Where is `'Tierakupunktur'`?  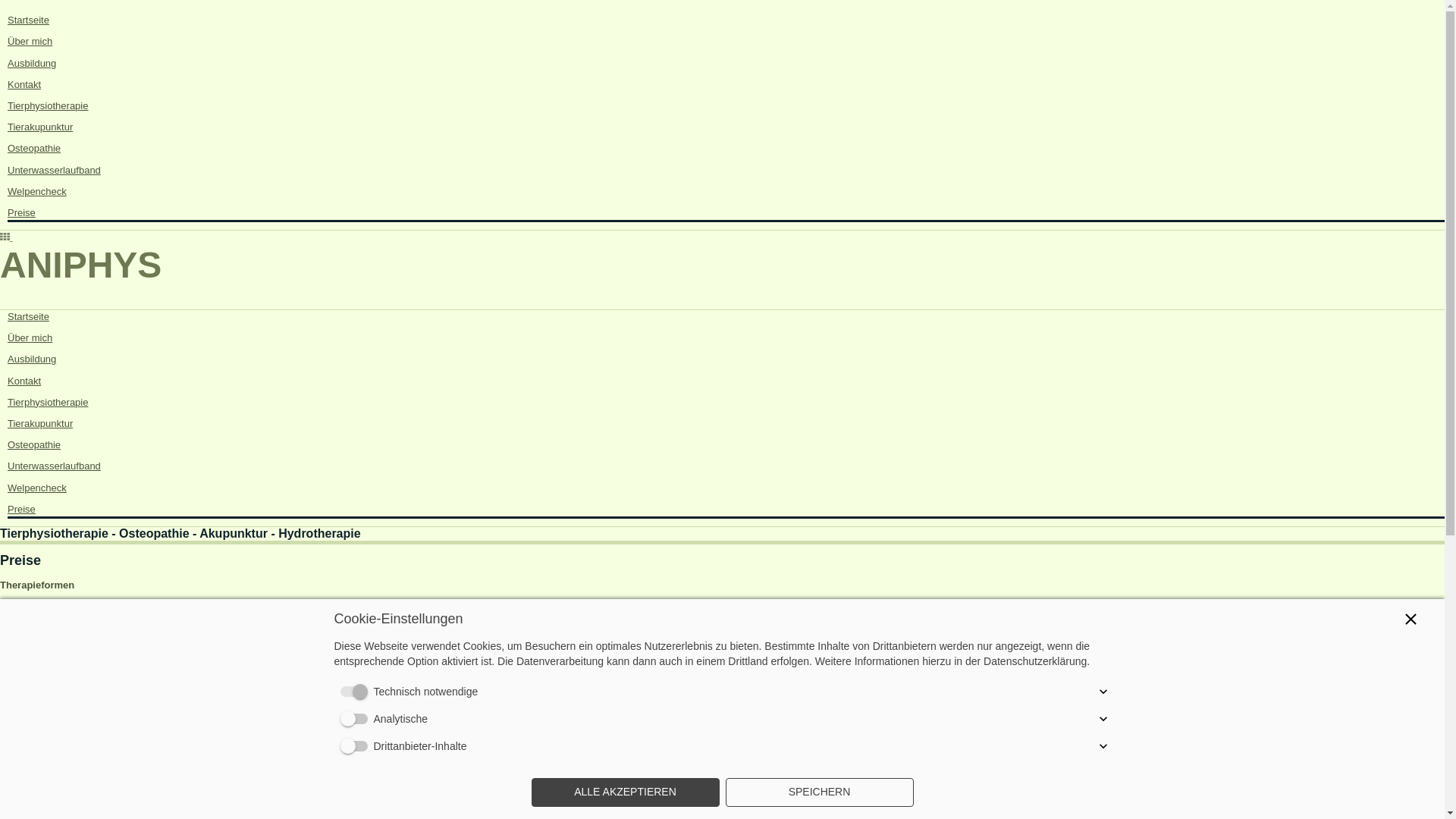
'Tierakupunktur' is located at coordinates (39, 126).